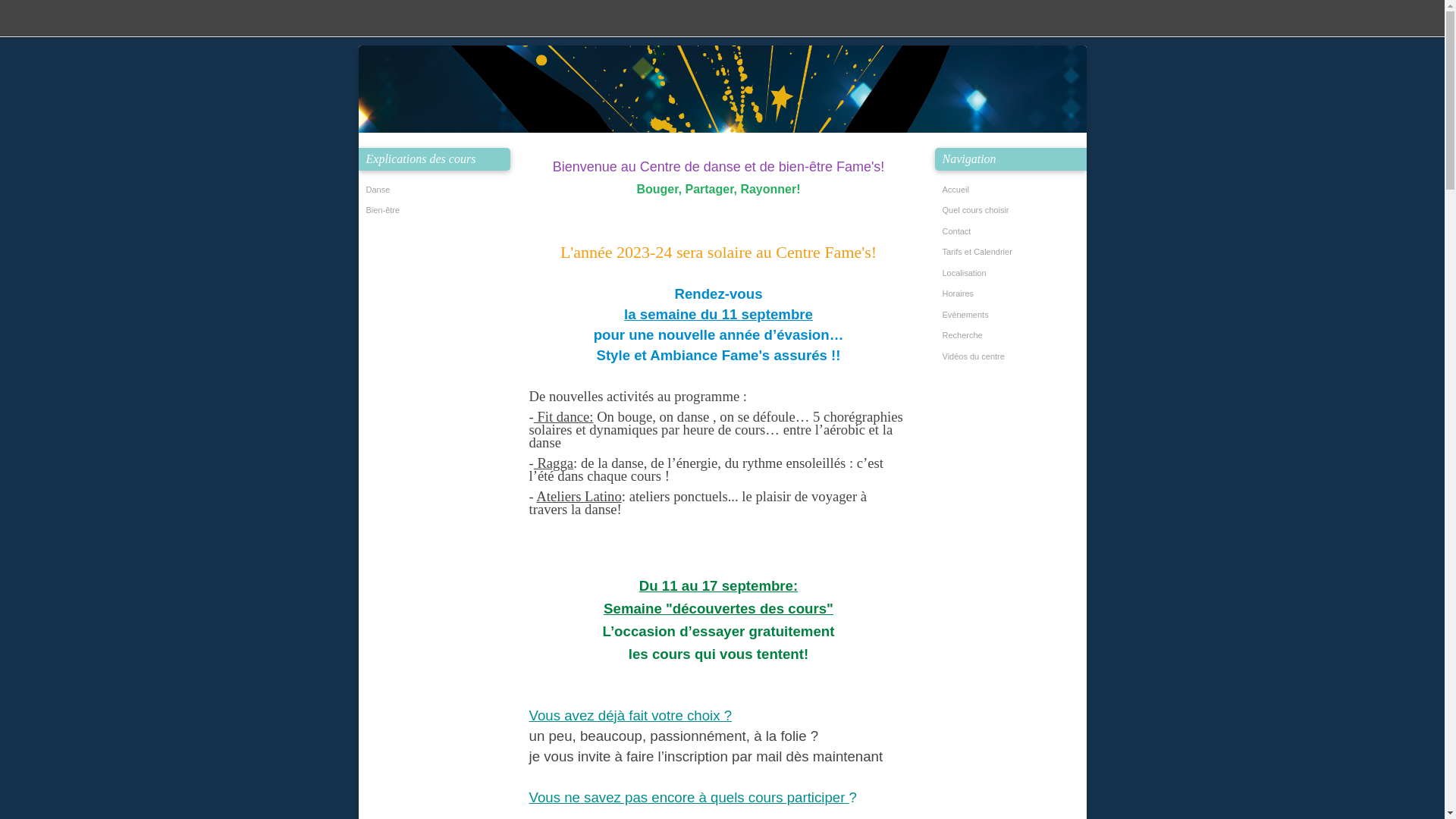 This screenshot has height=819, width=1456. I want to click on 'Tarifs et Calendrier', so click(1012, 251).